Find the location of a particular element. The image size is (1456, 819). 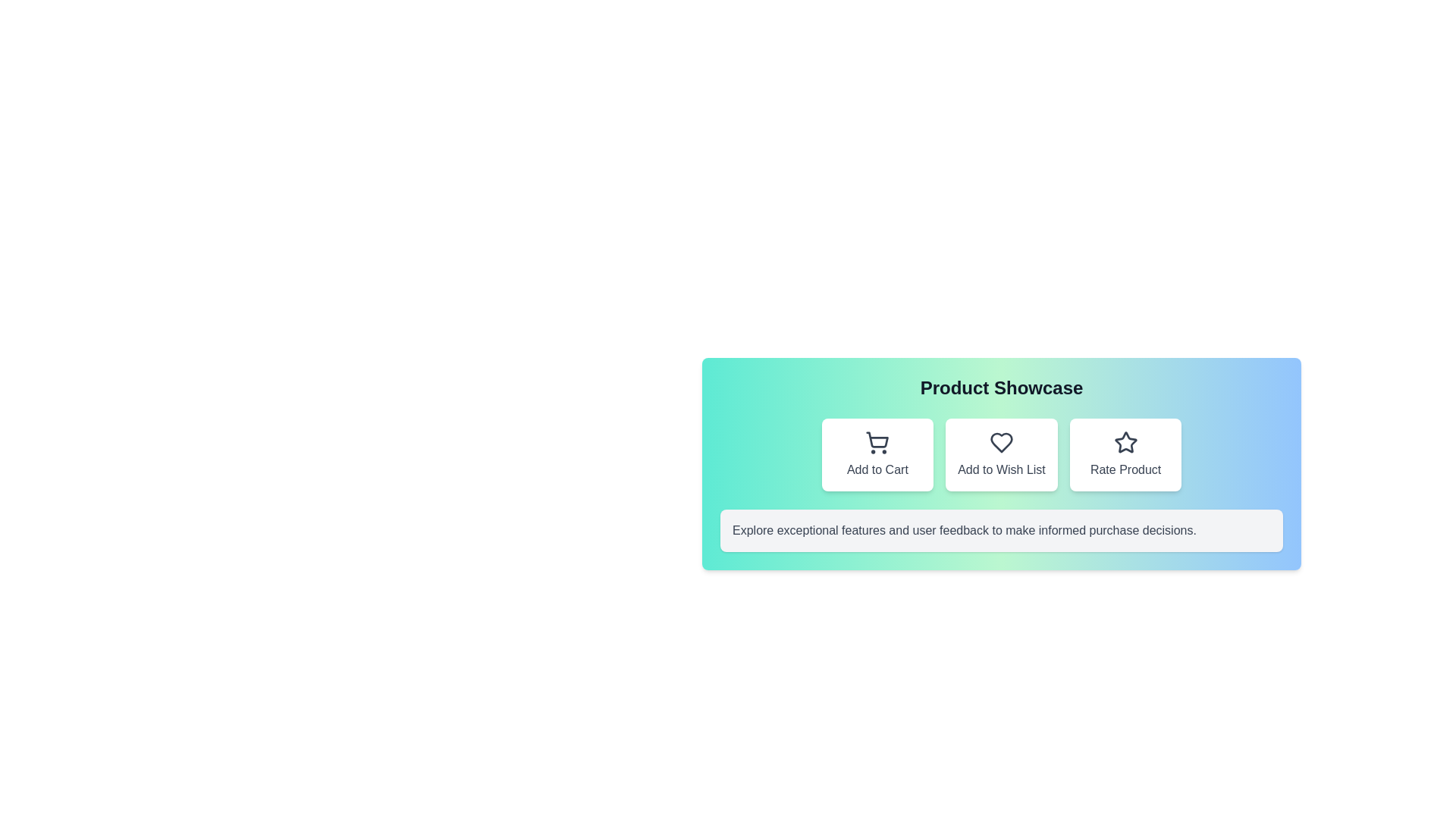

the star icon with a hollow outline, located in the bottom right corner of the card under 'Rate Product' is located at coordinates (1125, 442).